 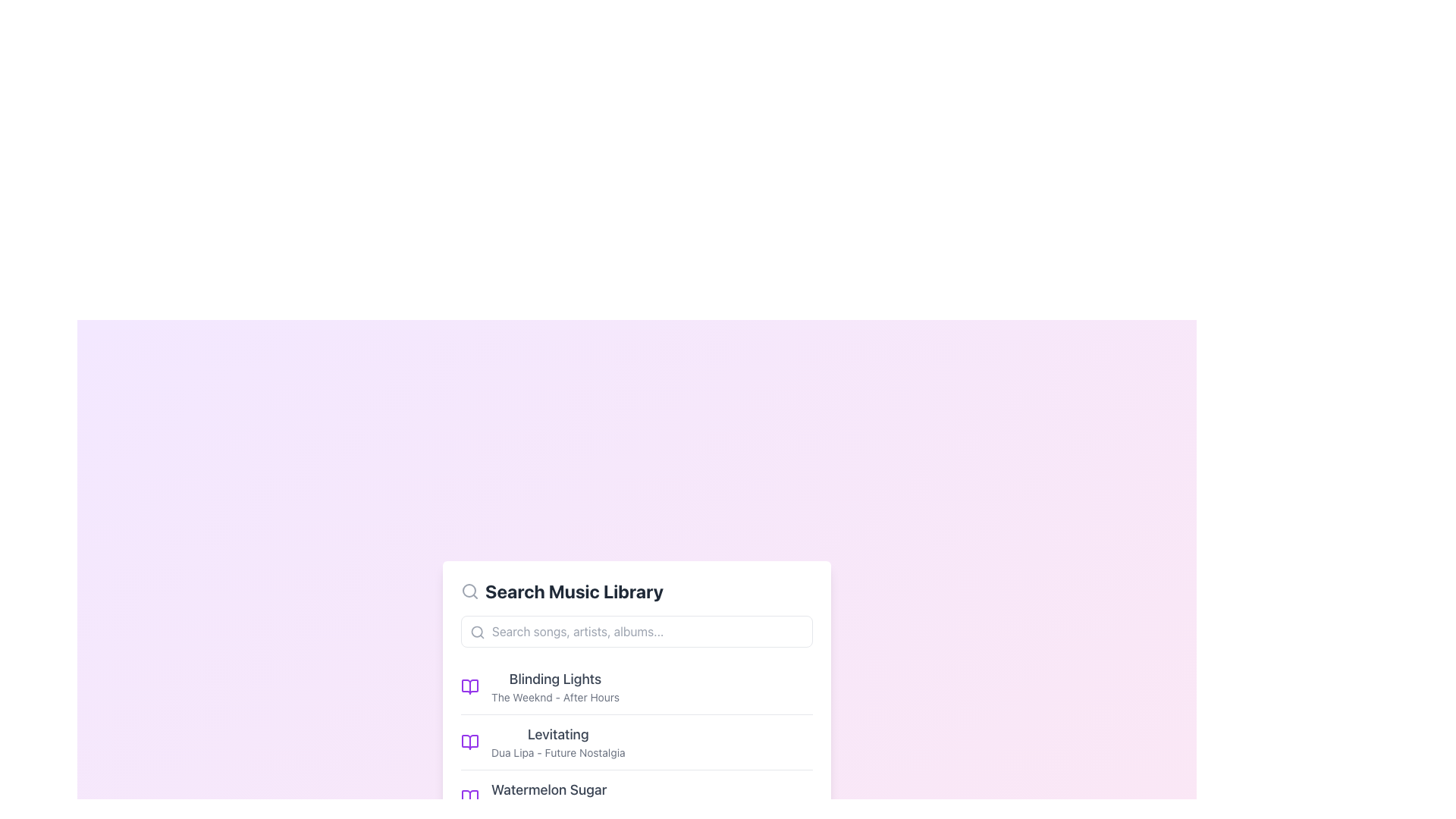 What do you see at coordinates (469, 589) in the screenshot?
I see `the circular element that forms the head of the magnifying glass icon, located next to the 'Search Music Library' heading in the top-left corner of the search interface` at bounding box center [469, 589].